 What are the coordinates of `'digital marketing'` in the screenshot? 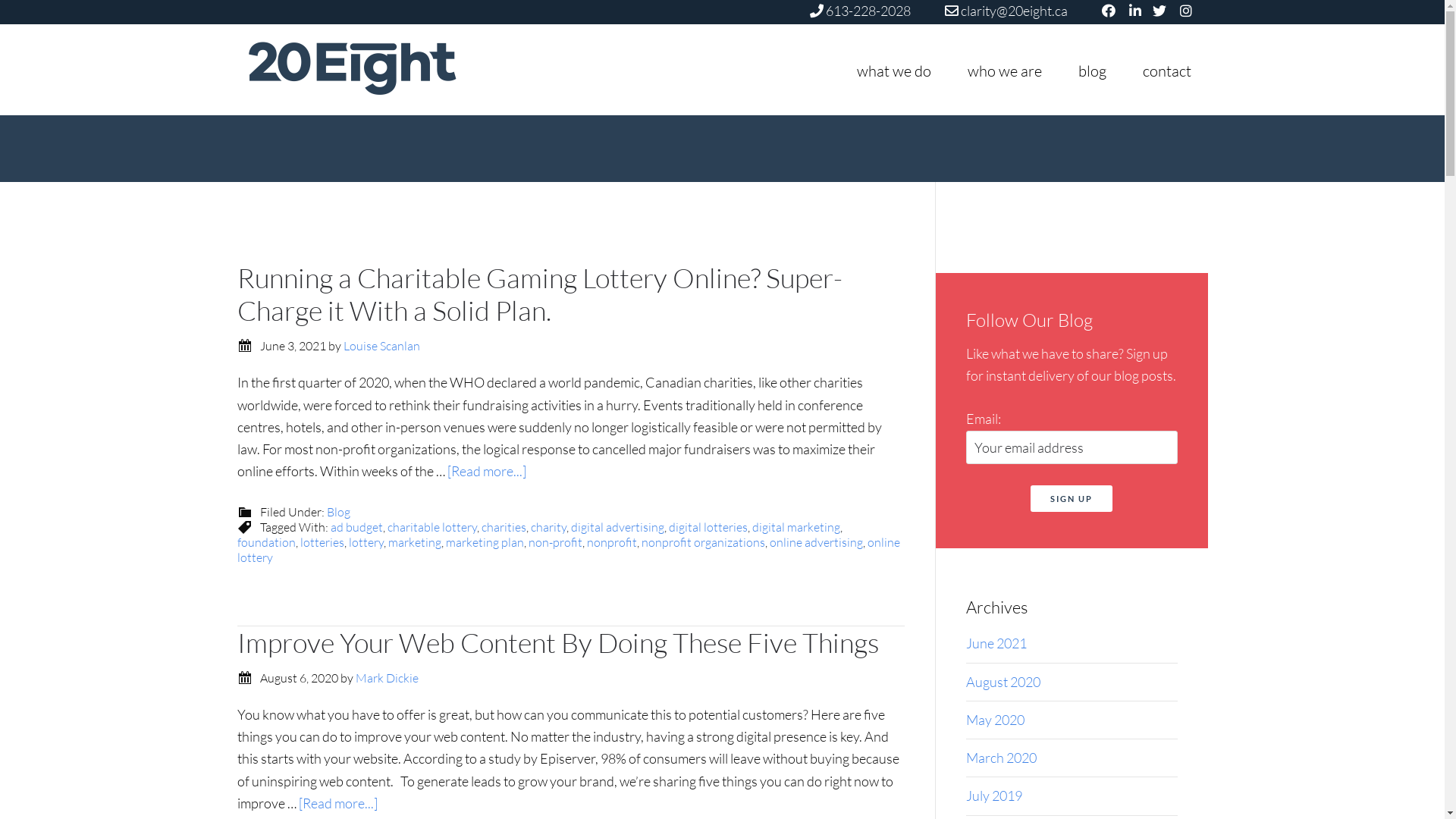 It's located at (795, 526).